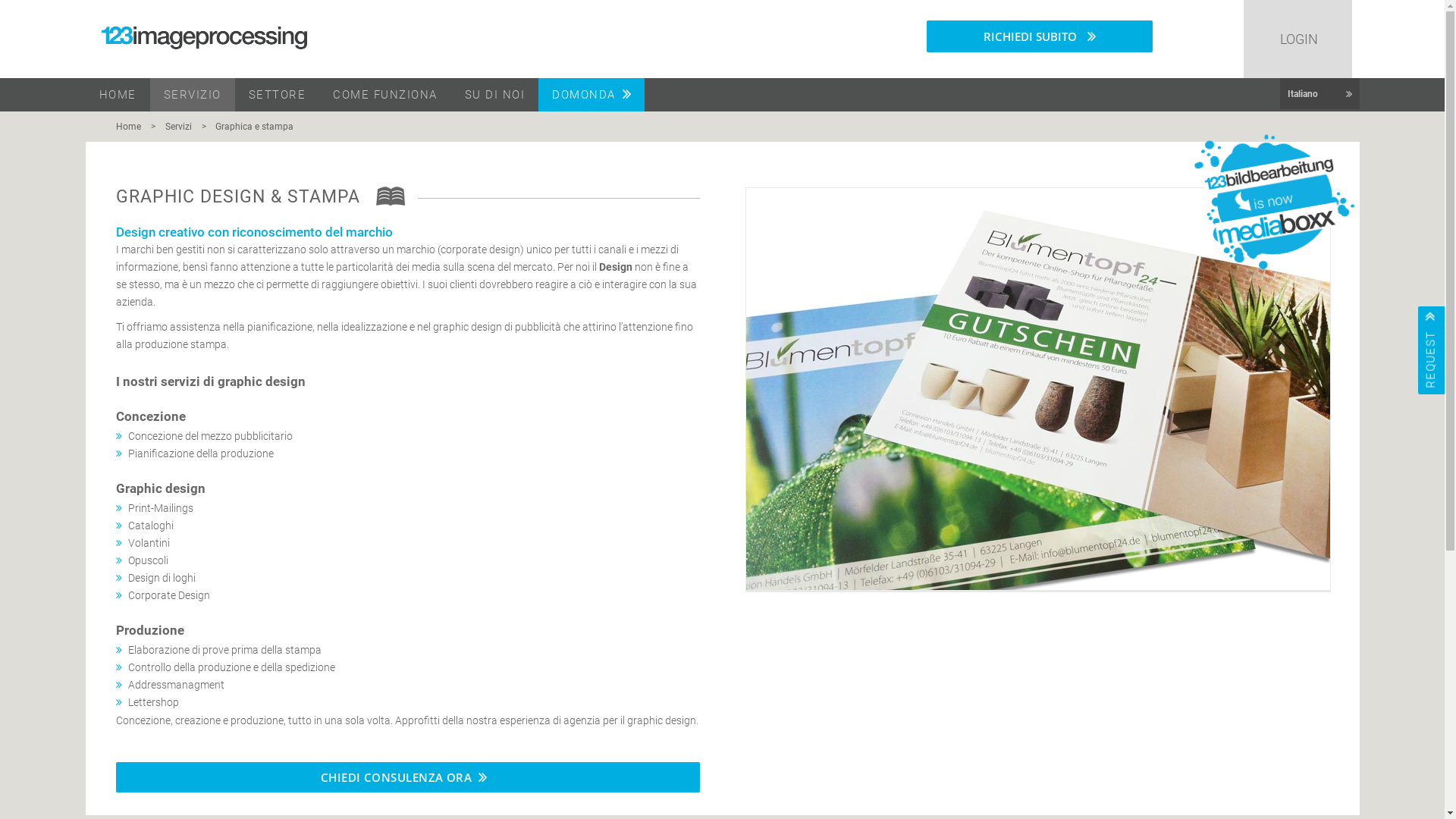 This screenshot has width=1456, height=819. I want to click on 'SETTORE', so click(277, 94).